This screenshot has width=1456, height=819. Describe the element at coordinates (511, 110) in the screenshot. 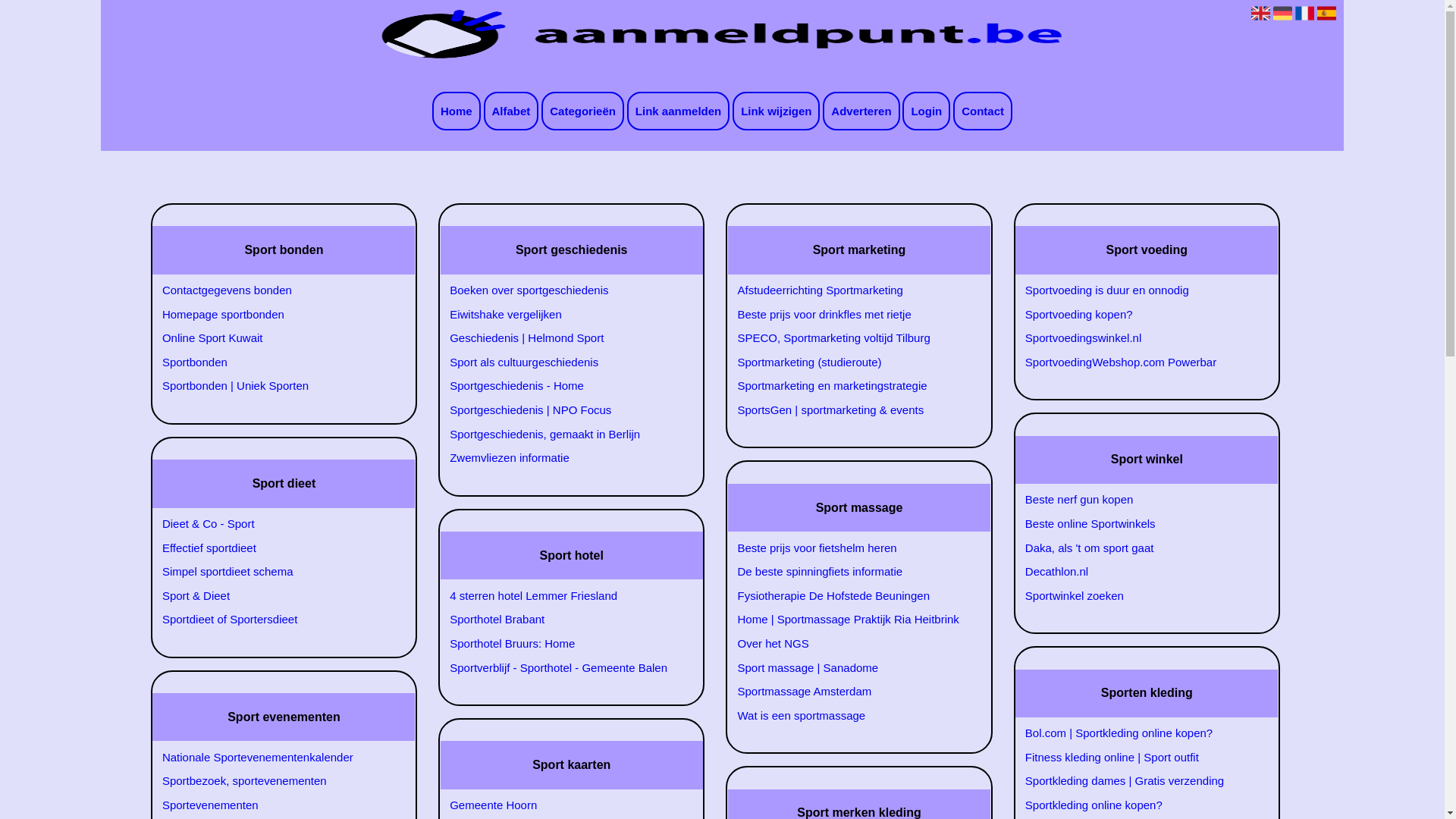

I see `'Alfabet'` at that location.